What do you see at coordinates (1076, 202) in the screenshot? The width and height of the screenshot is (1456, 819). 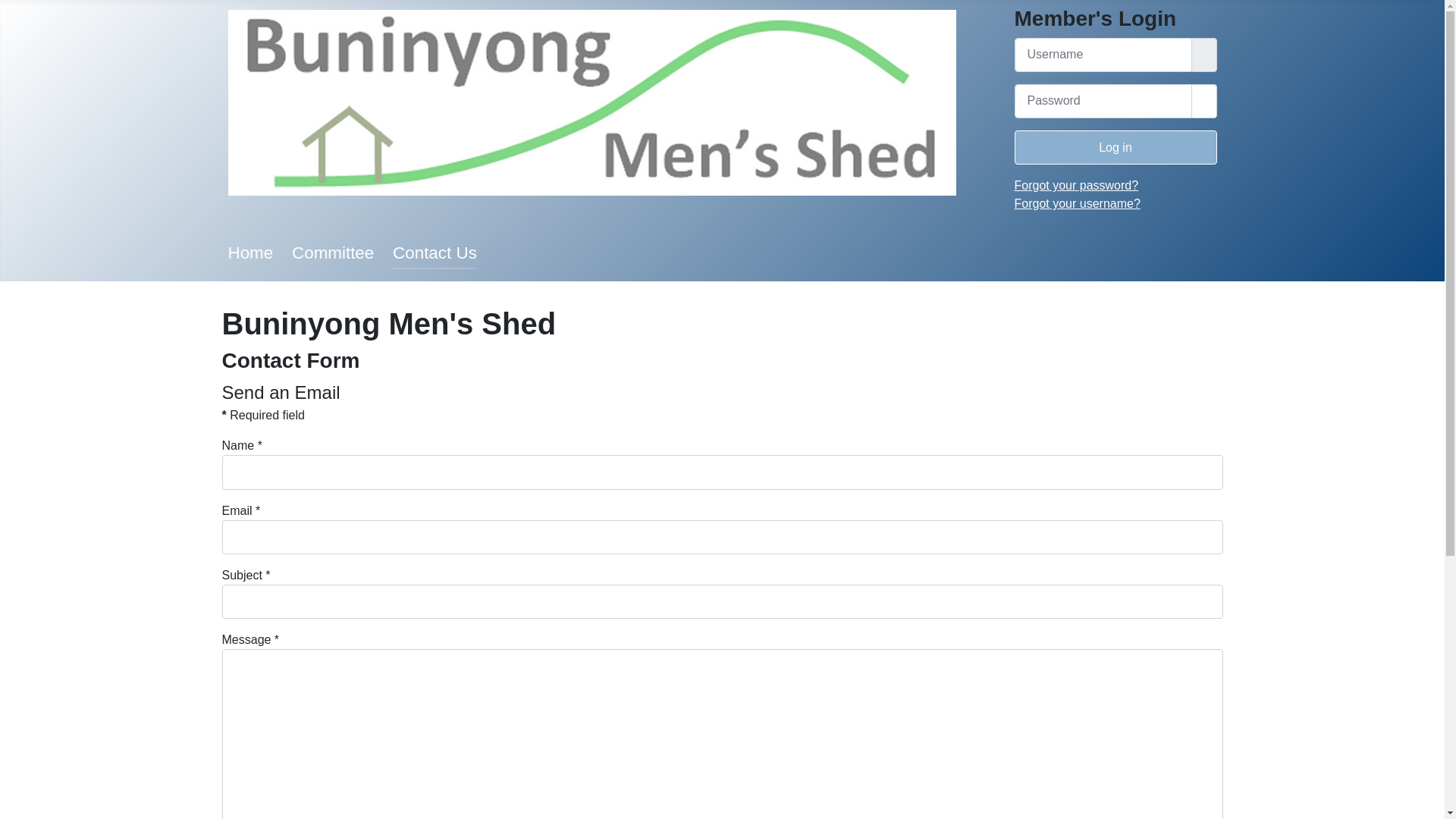 I see `'Forgot your username?'` at bounding box center [1076, 202].